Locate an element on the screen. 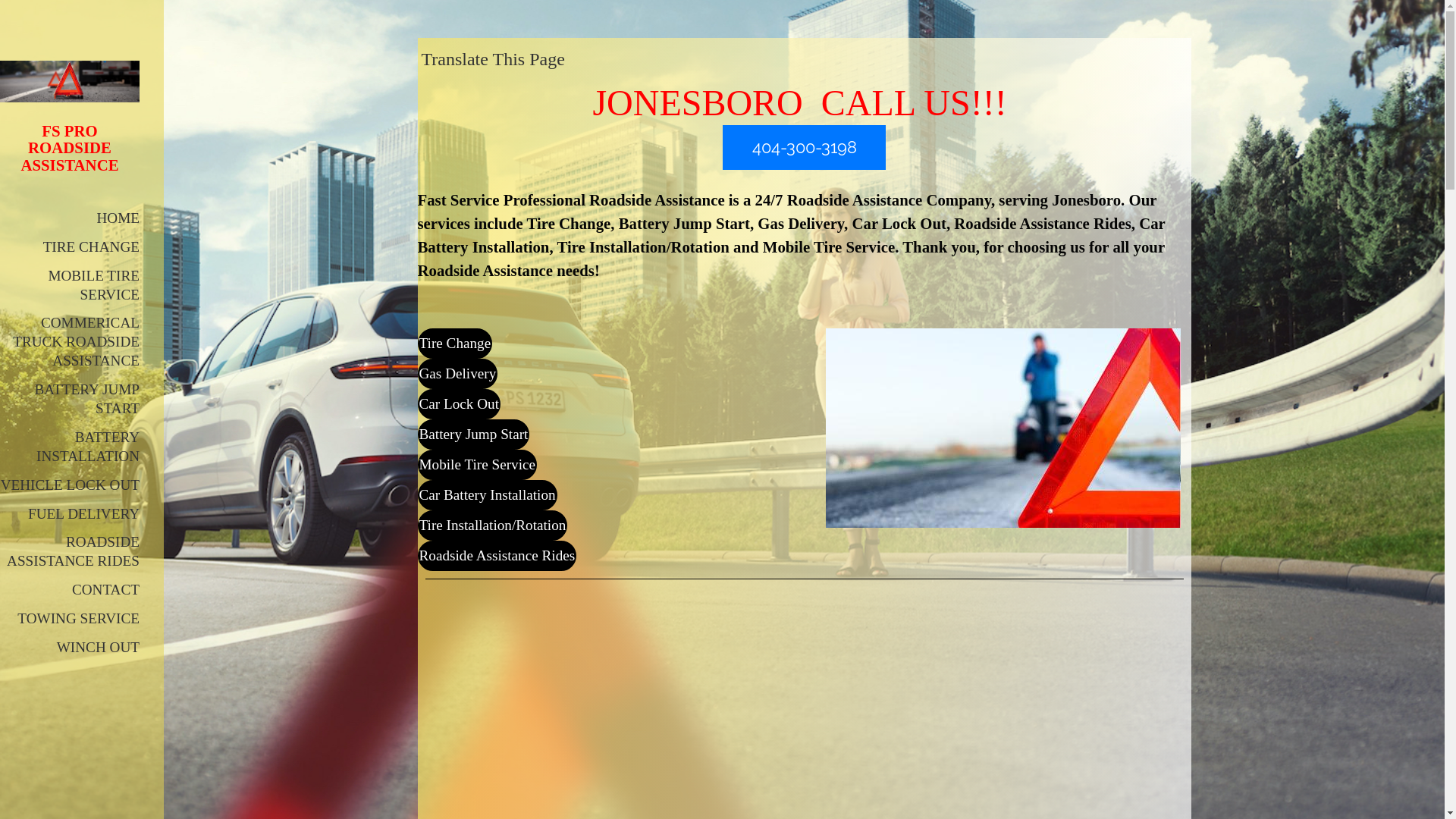  'CONTACT' is located at coordinates (105, 588).